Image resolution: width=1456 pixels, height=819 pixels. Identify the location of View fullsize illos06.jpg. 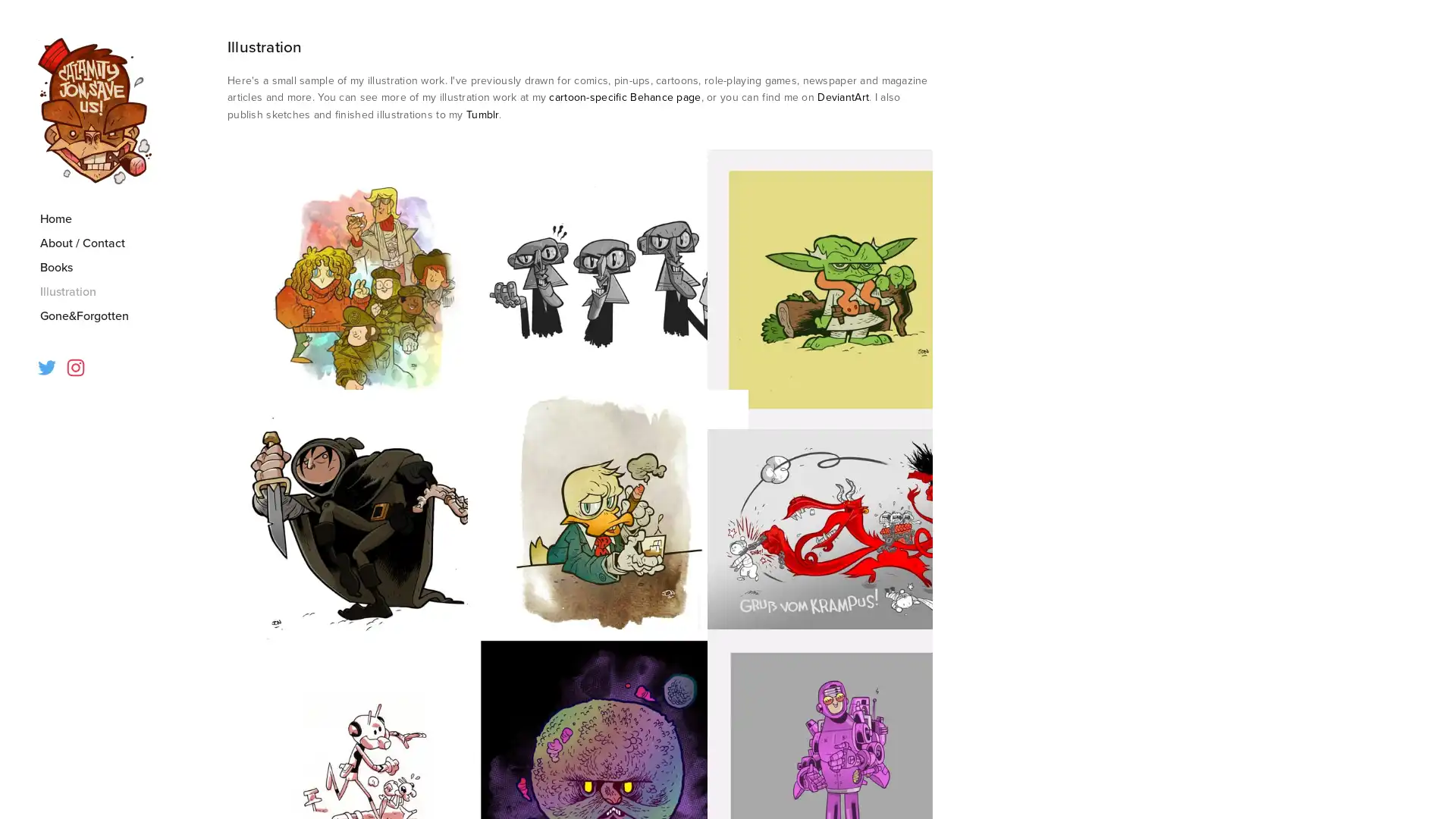
(818, 501).